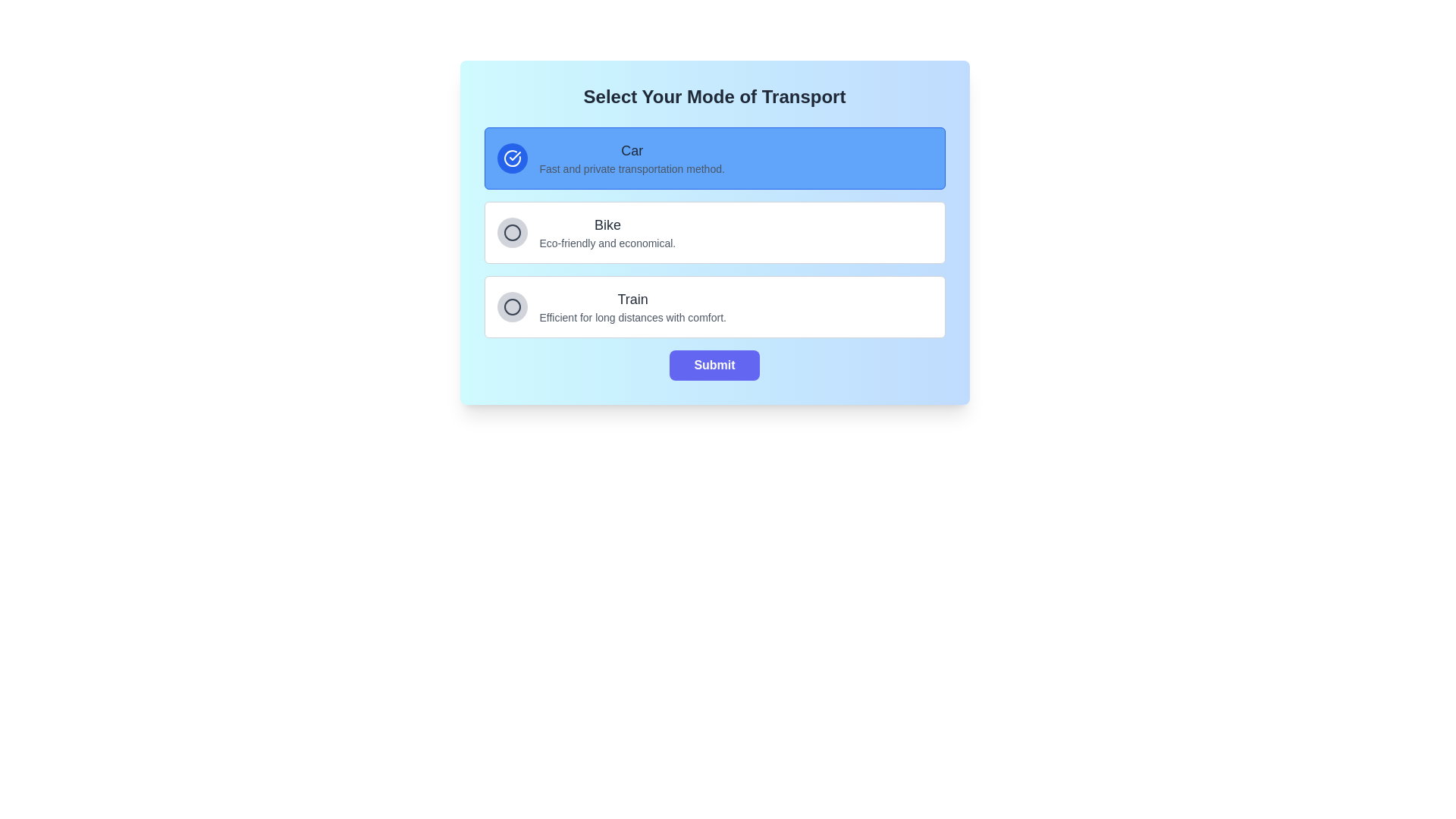 The image size is (1456, 819). What do you see at coordinates (714, 233) in the screenshot?
I see `the selection menu titled 'Select Your Mode of Transport' which features options for Car, Bike, and Train, along with a centrally aligned Submit button` at bounding box center [714, 233].